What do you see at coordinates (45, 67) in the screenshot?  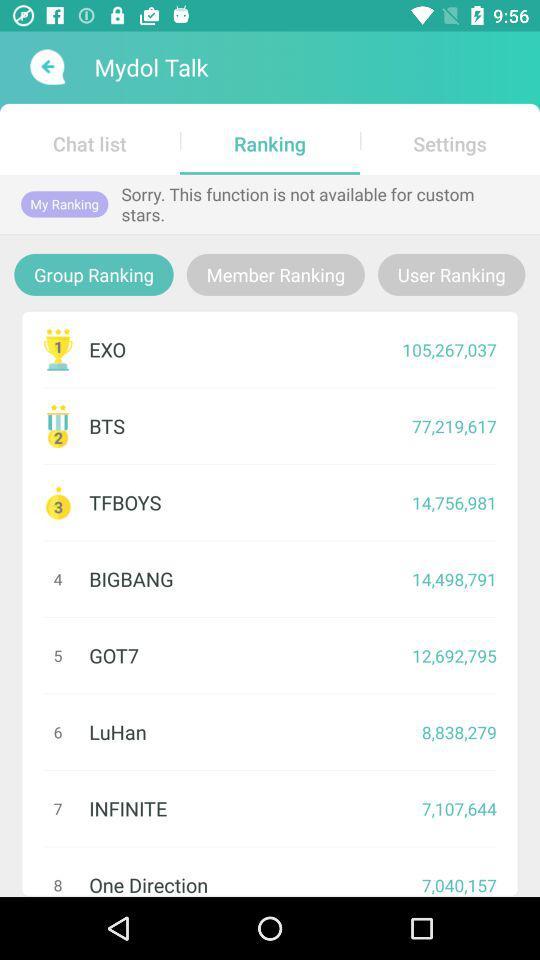 I see `item above the chat list item` at bounding box center [45, 67].